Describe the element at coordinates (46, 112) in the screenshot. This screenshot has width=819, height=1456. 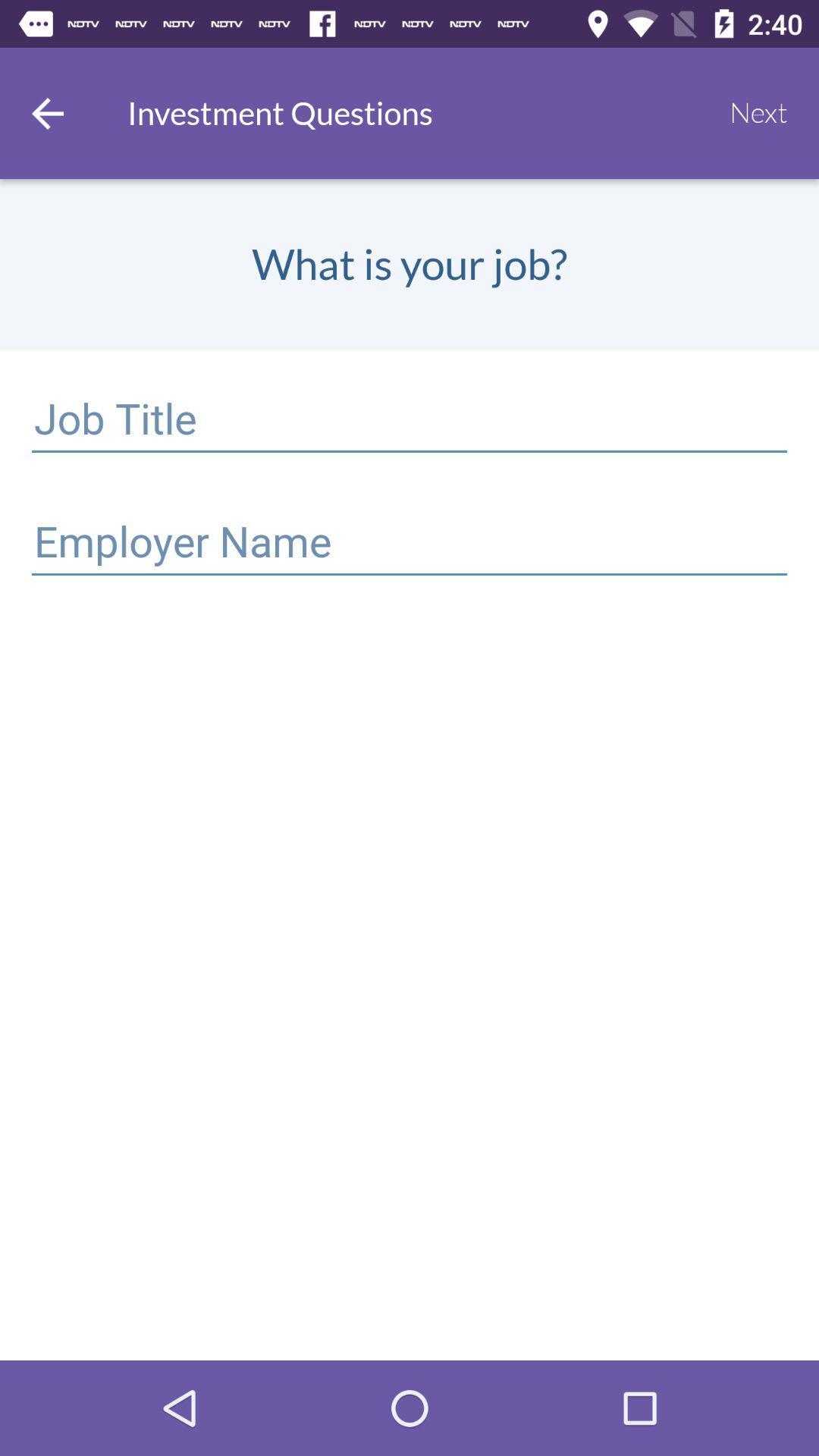
I see `the item next to investment questions item` at that location.